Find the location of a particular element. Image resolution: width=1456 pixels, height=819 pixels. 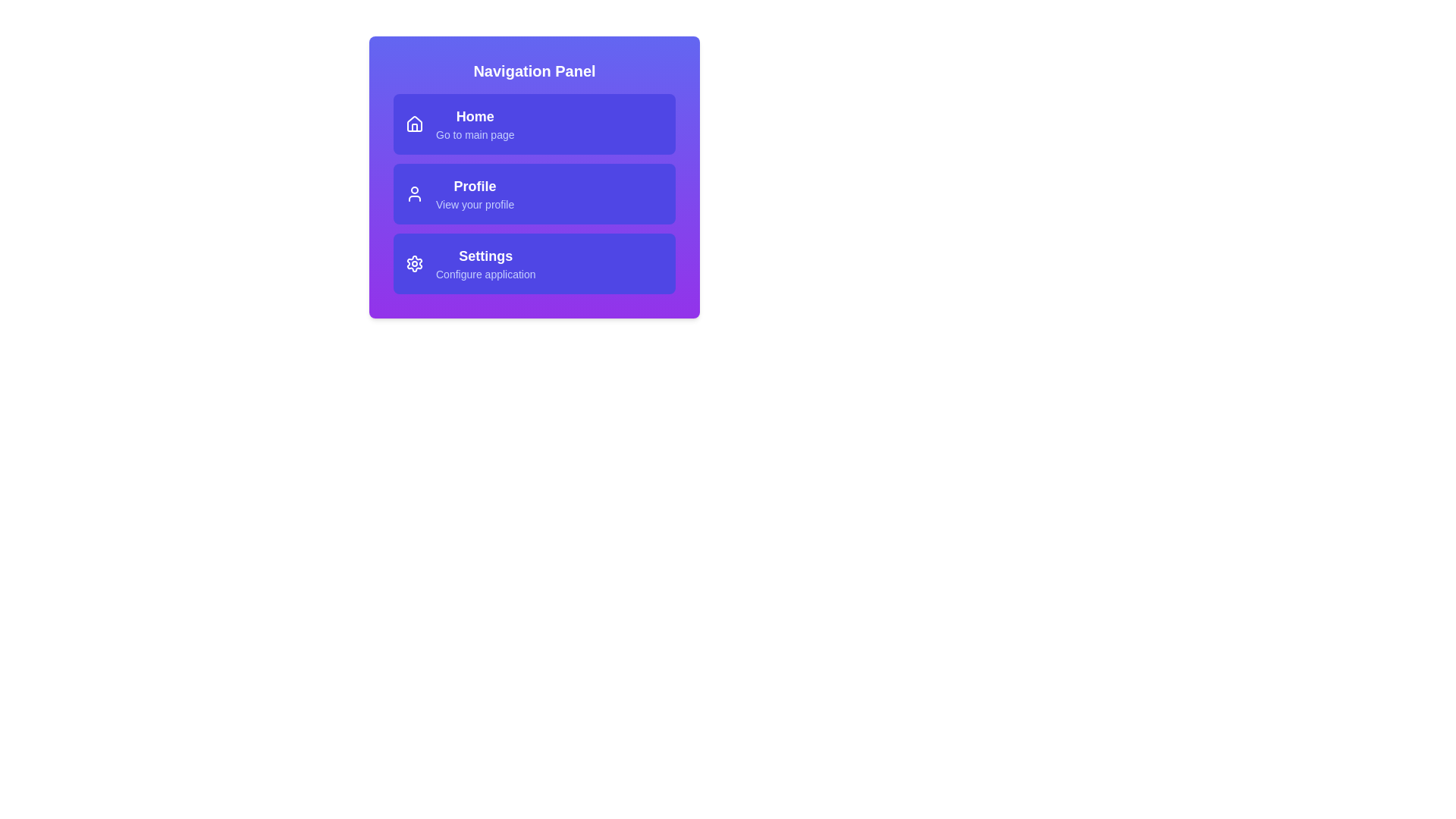

the navigation item Home is located at coordinates (535, 124).